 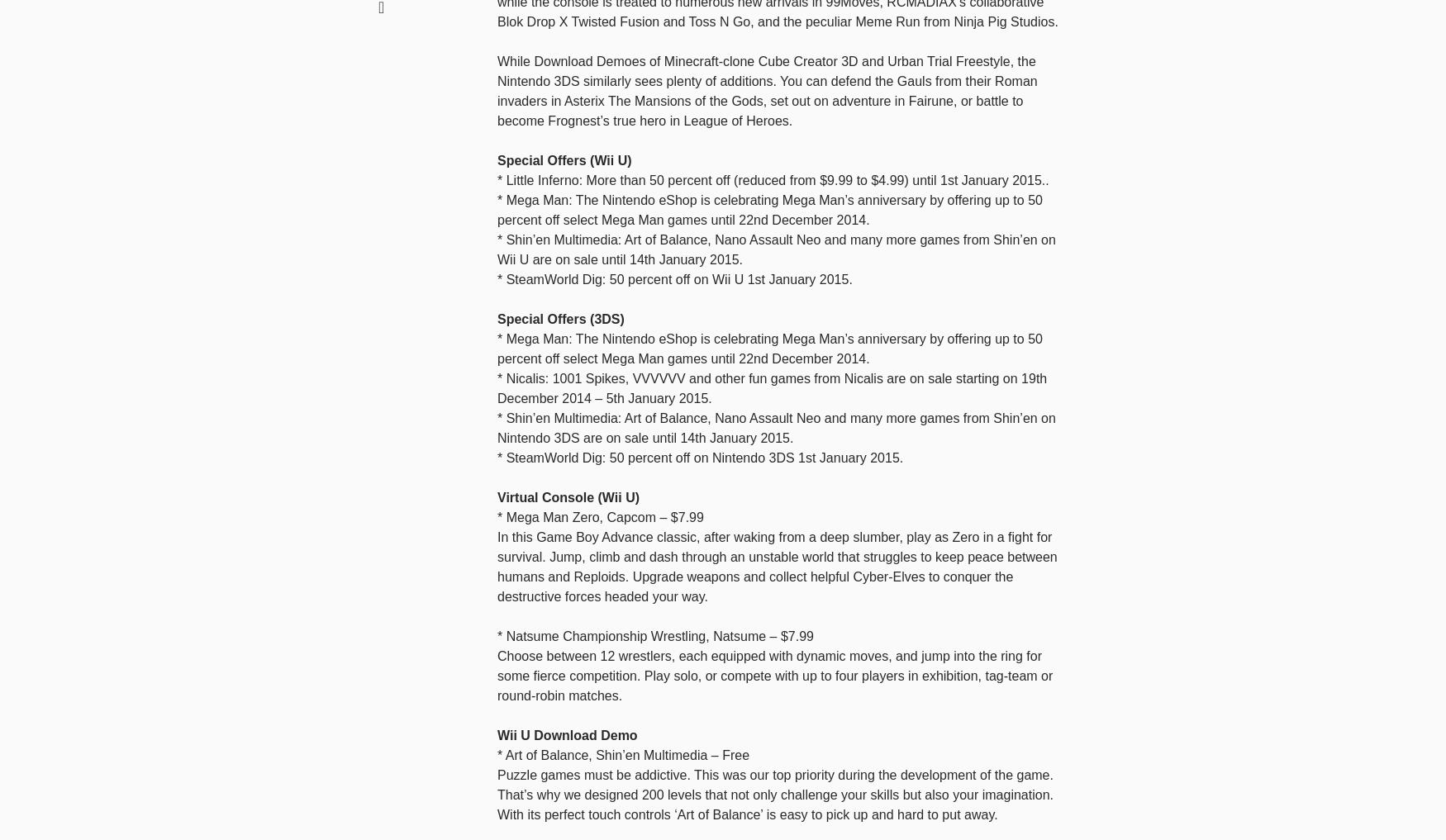 What do you see at coordinates (777, 565) in the screenshot?
I see `'In this Game Boy Advance classic, after waking from a deep slumber, play as Zero in a fight for survival. Jump, climb and dash through an unstable world that struggles to keep peace between humans and Reploids. Upgrade weapons and collect helpful Cyber-Elves to conquer the destructive forces headed your way.'` at bounding box center [777, 565].